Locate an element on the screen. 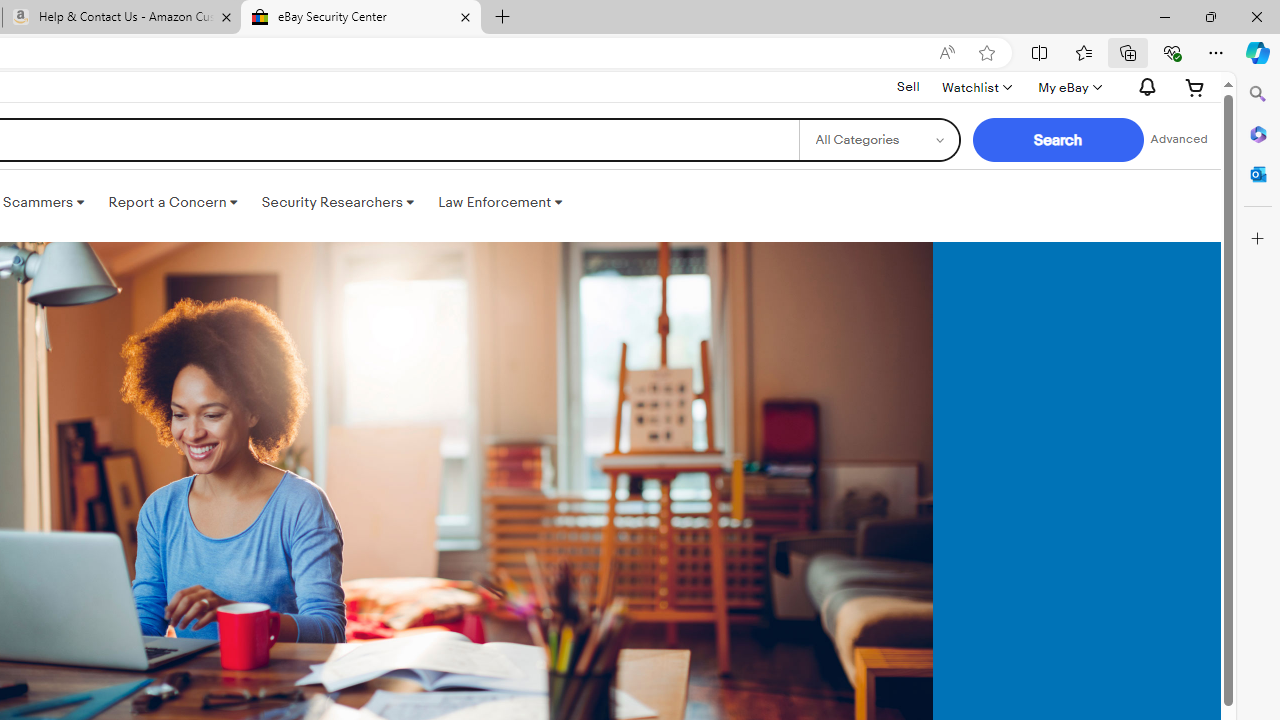 Image resolution: width=1280 pixels, height=720 pixels. 'AutomationID: gh-eb-Alerts' is located at coordinates (1144, 86).